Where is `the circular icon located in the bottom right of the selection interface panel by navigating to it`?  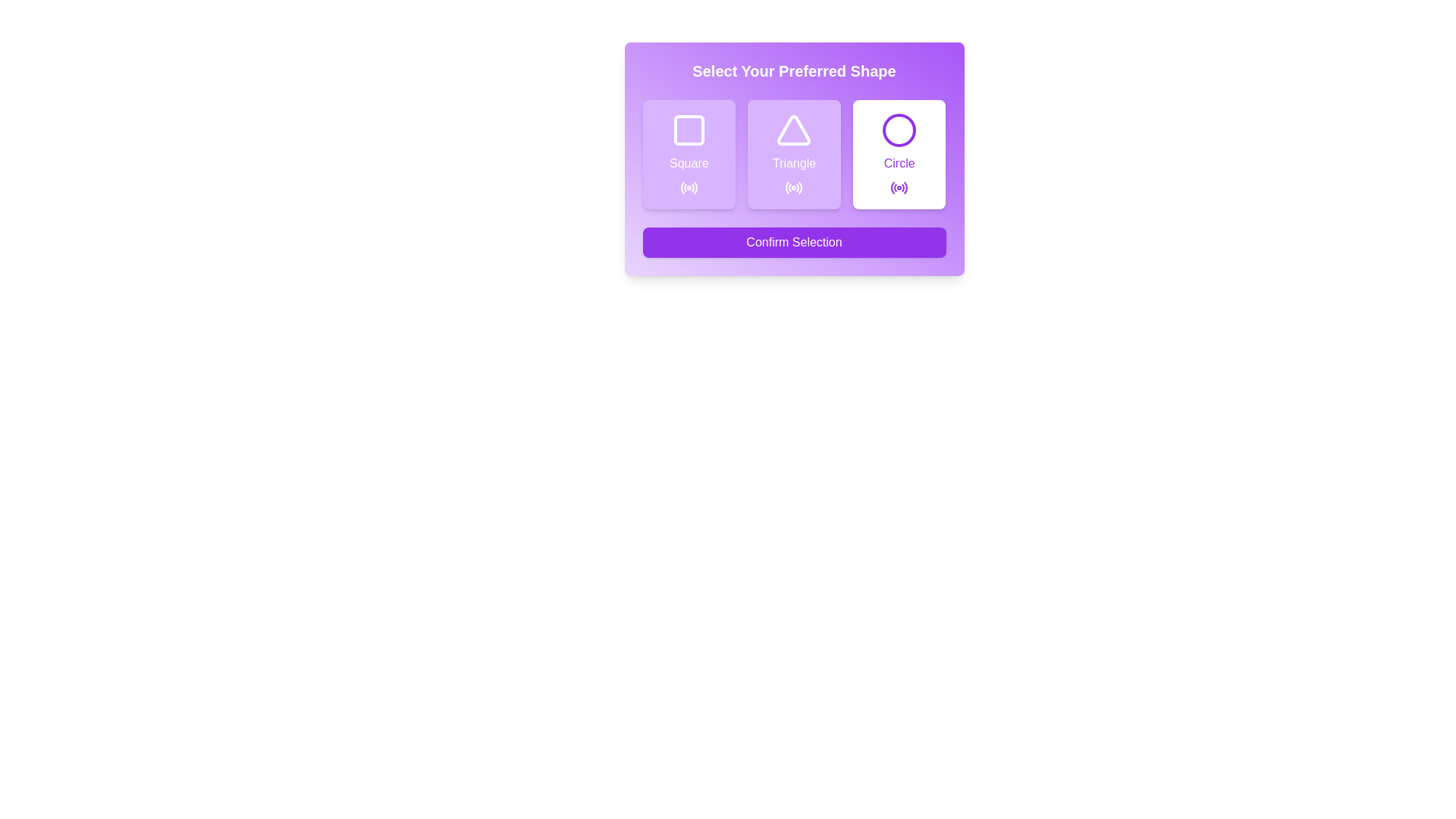
the circular icon located in the bottom right of the selection interface panel by navigating to it is located at coordinates (899, 130).